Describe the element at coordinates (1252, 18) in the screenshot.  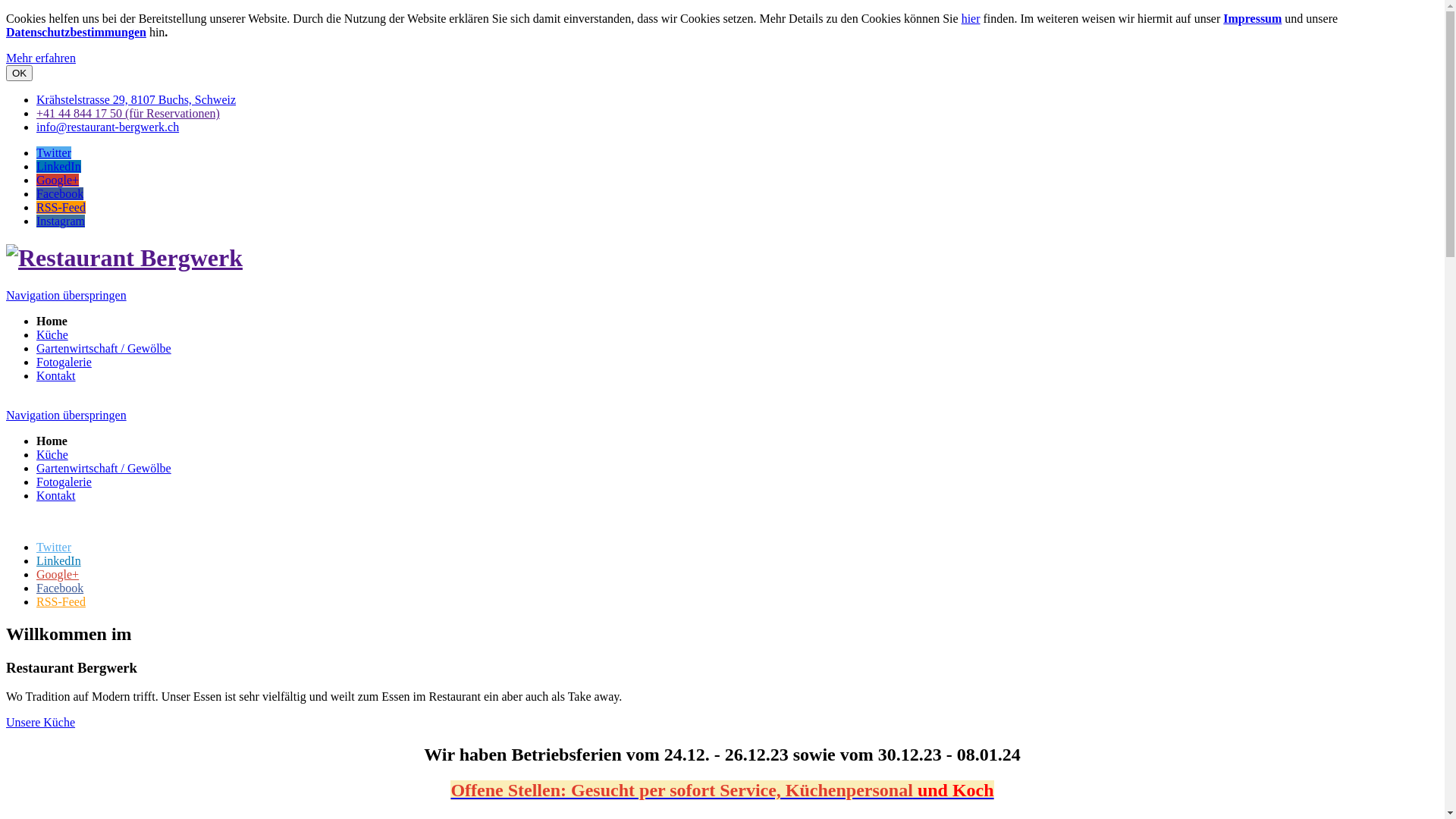
I see `'Impressum'` at that location.